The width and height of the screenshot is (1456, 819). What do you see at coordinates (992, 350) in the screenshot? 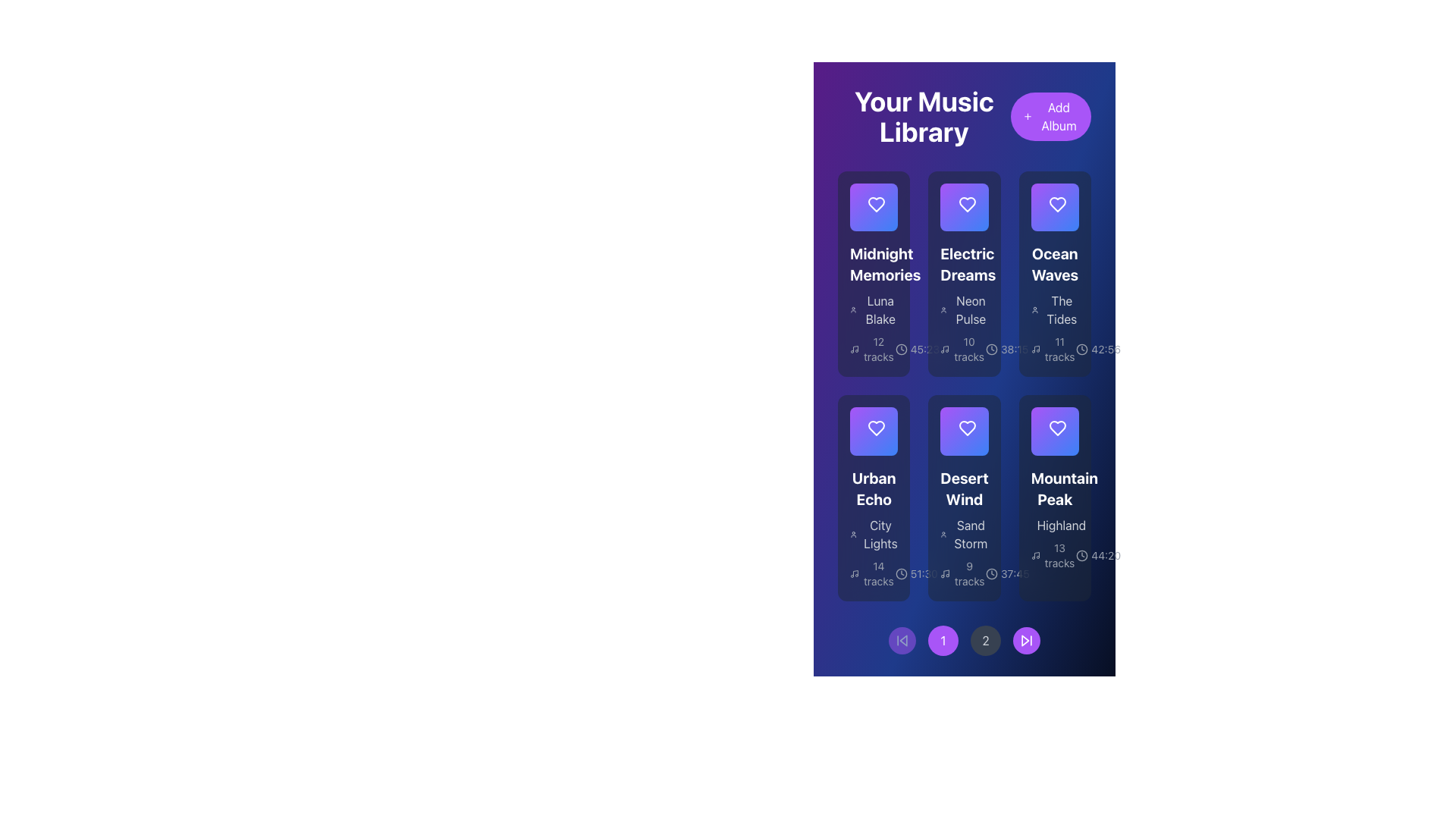
I see `the clock icon representing the total time for the album tracks` at bounding box center [992, 350].